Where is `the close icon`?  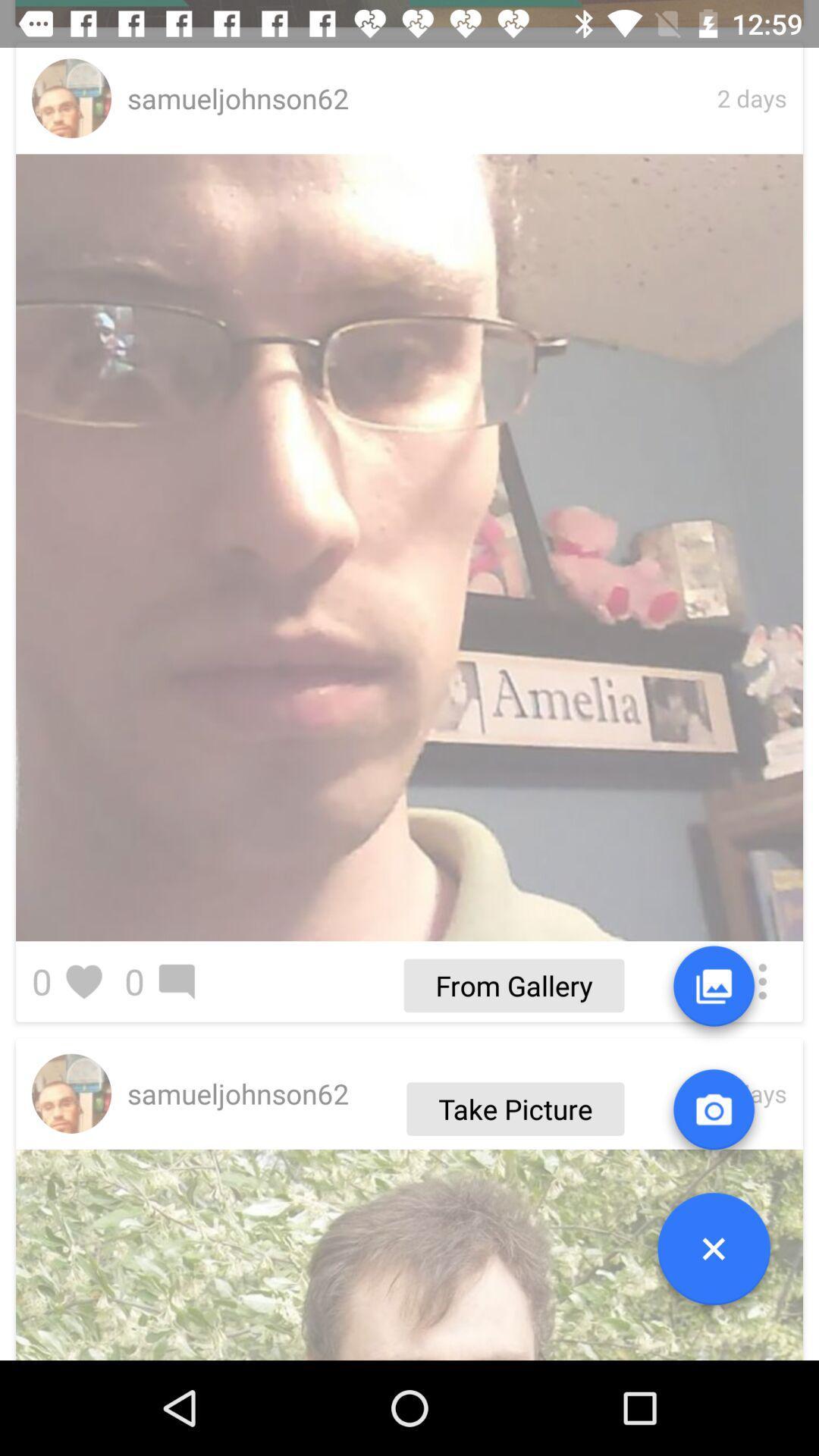 the close icon is located at coordinates (714, 1254).